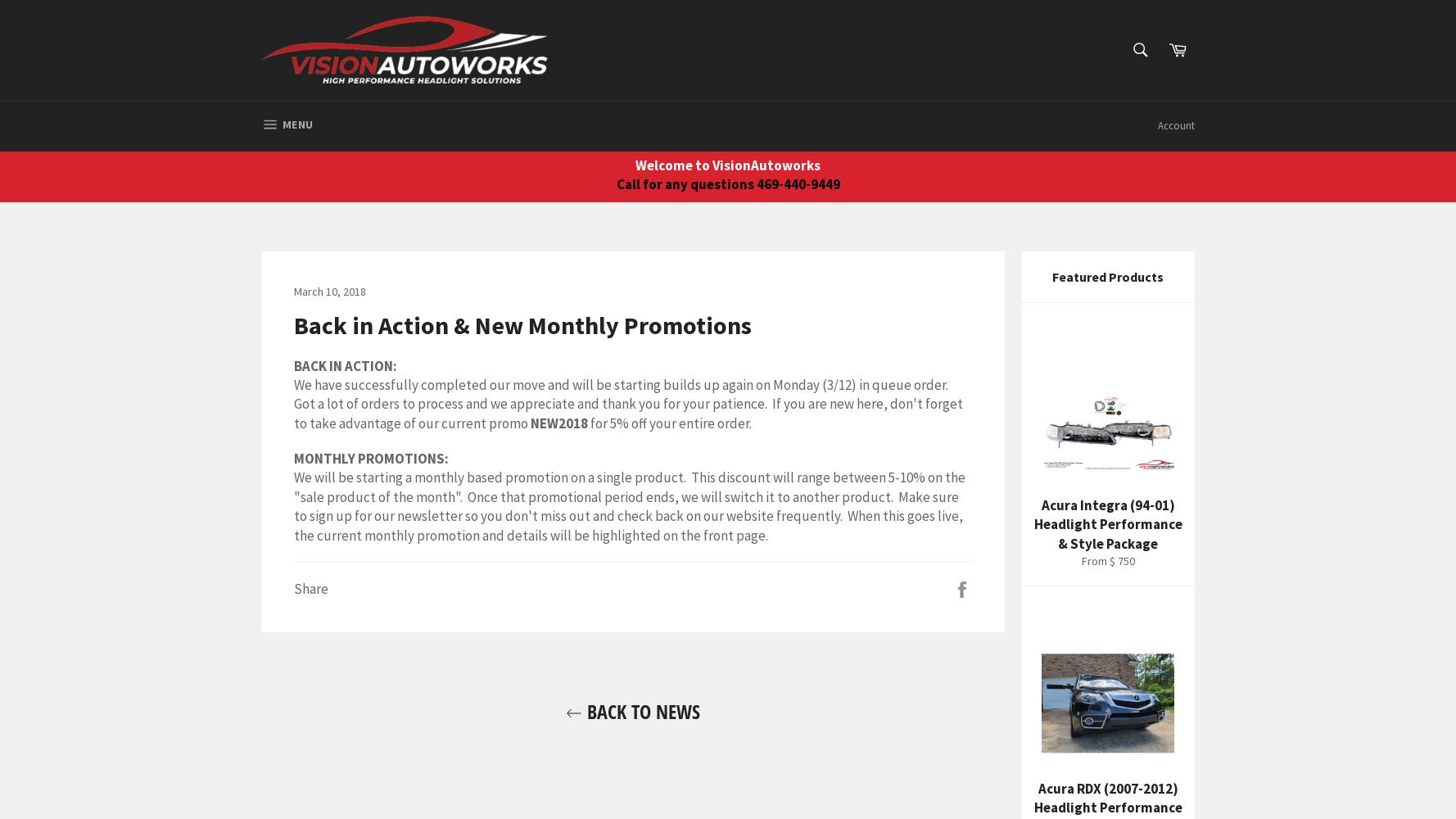 The image size is (1456, 819). What do you see at coordinates (531, 423) in the screenshot?
I see `'NEW2018'` at bounding box center [531, 423].